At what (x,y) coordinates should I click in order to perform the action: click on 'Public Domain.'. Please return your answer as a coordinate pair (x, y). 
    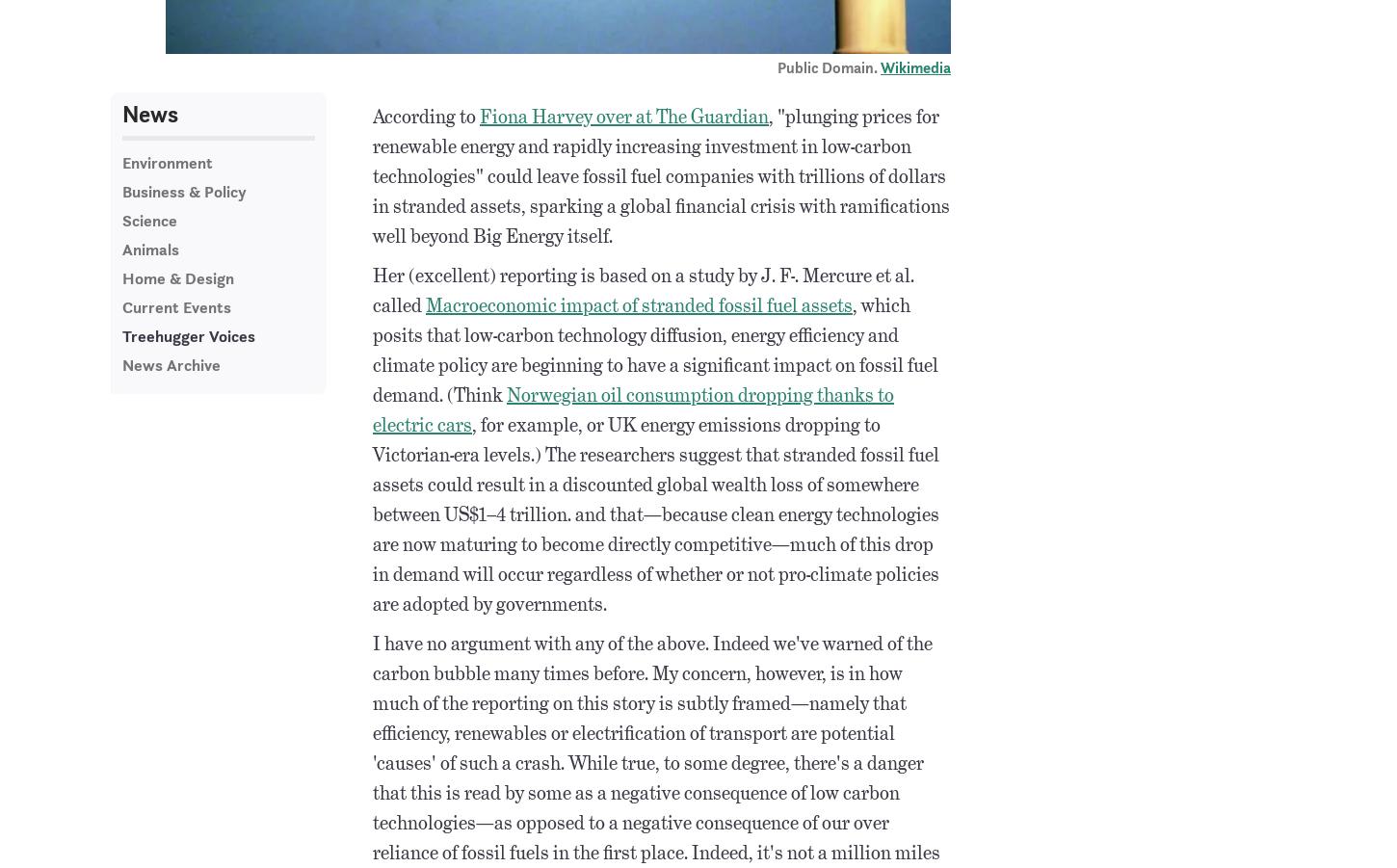
    Looking at the image, I should click on (778, 66).